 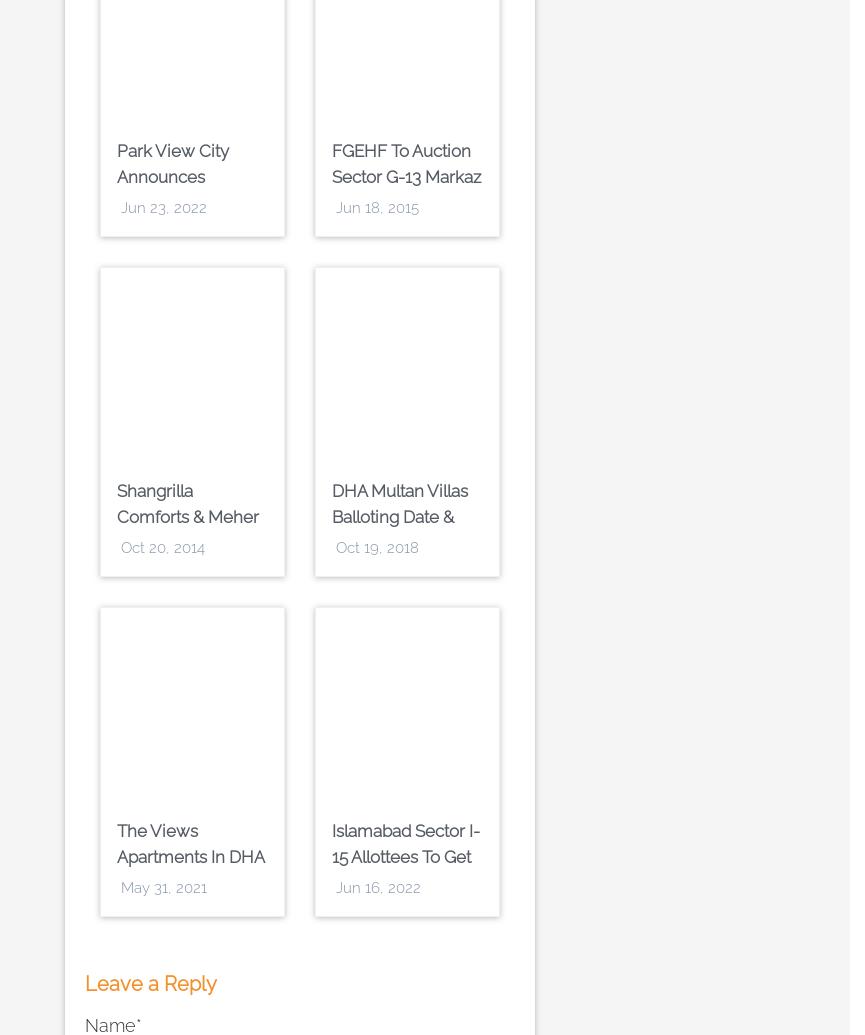 I want to click on 'May 31, 2021', so click(x=163, y=887).